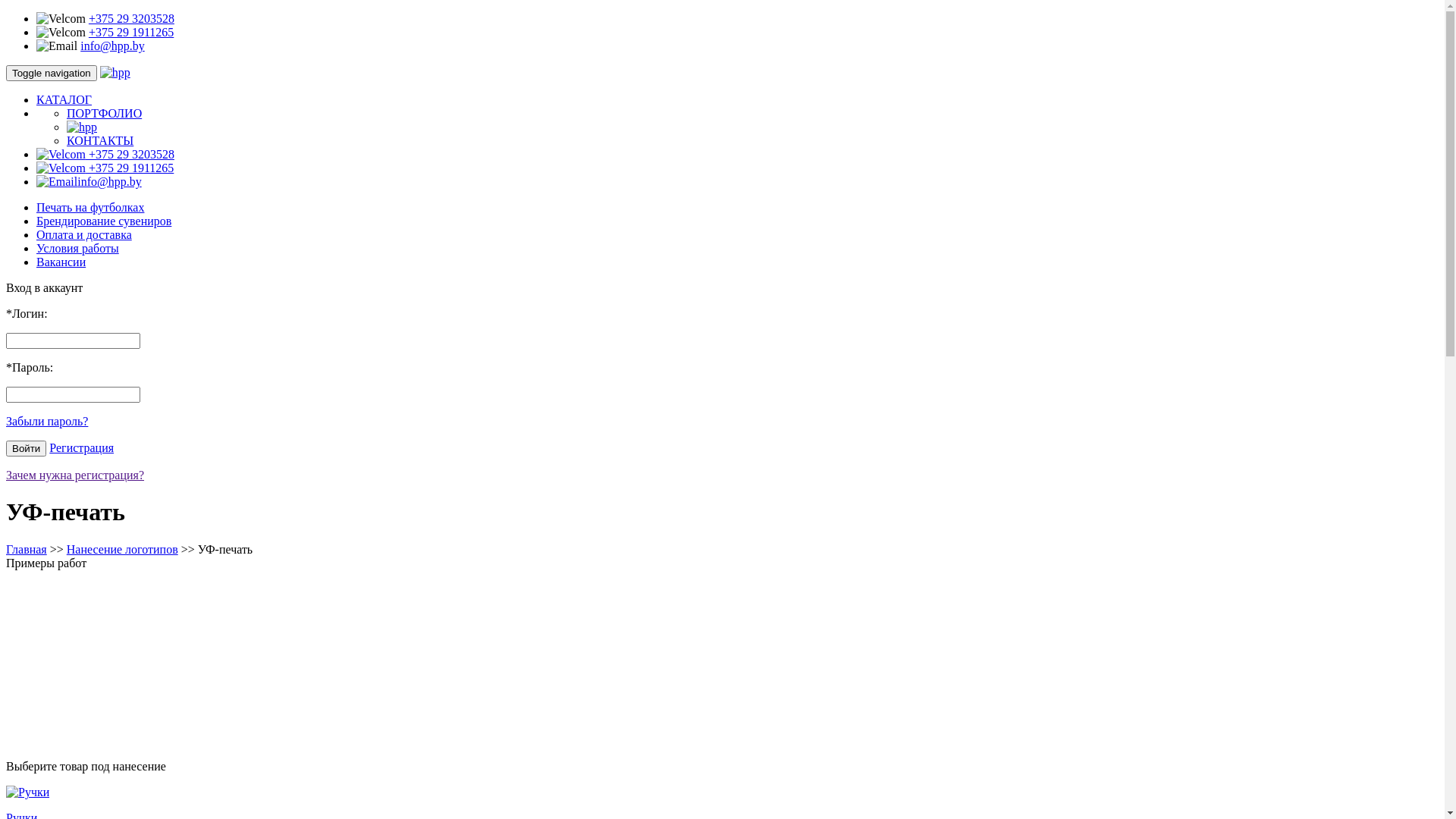 The height and width of the screenshot is (819, 1456). I want to click on 'Toggle navigation', so click(51, 73).